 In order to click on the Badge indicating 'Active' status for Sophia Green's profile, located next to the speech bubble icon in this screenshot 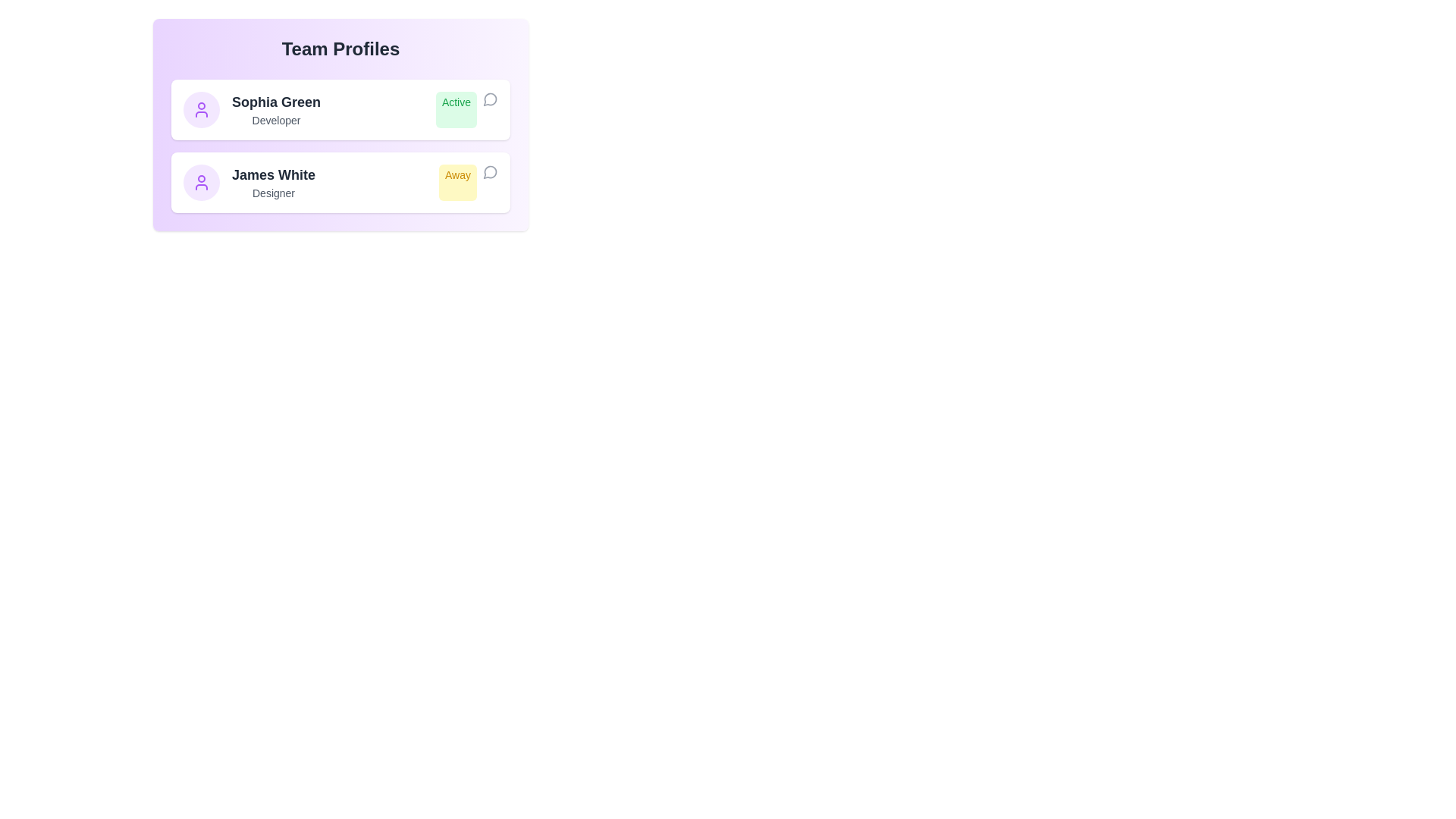, I will do `click(455, 109)`.